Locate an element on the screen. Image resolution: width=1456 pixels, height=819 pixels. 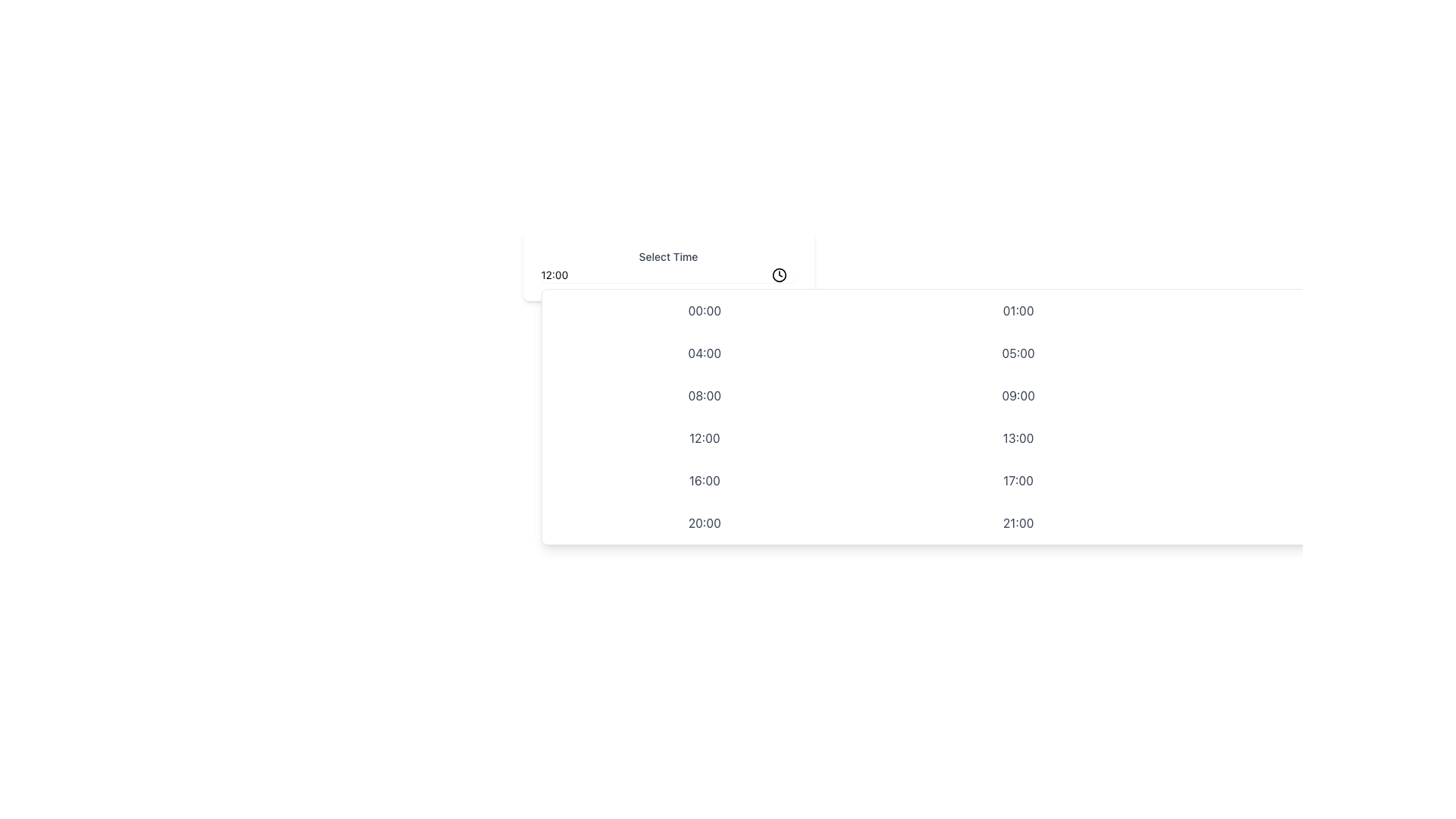
the text label displaying '17:00' to trigger the hover effect that changes the background to an indigo shade is located at coordinates (1018, 480).